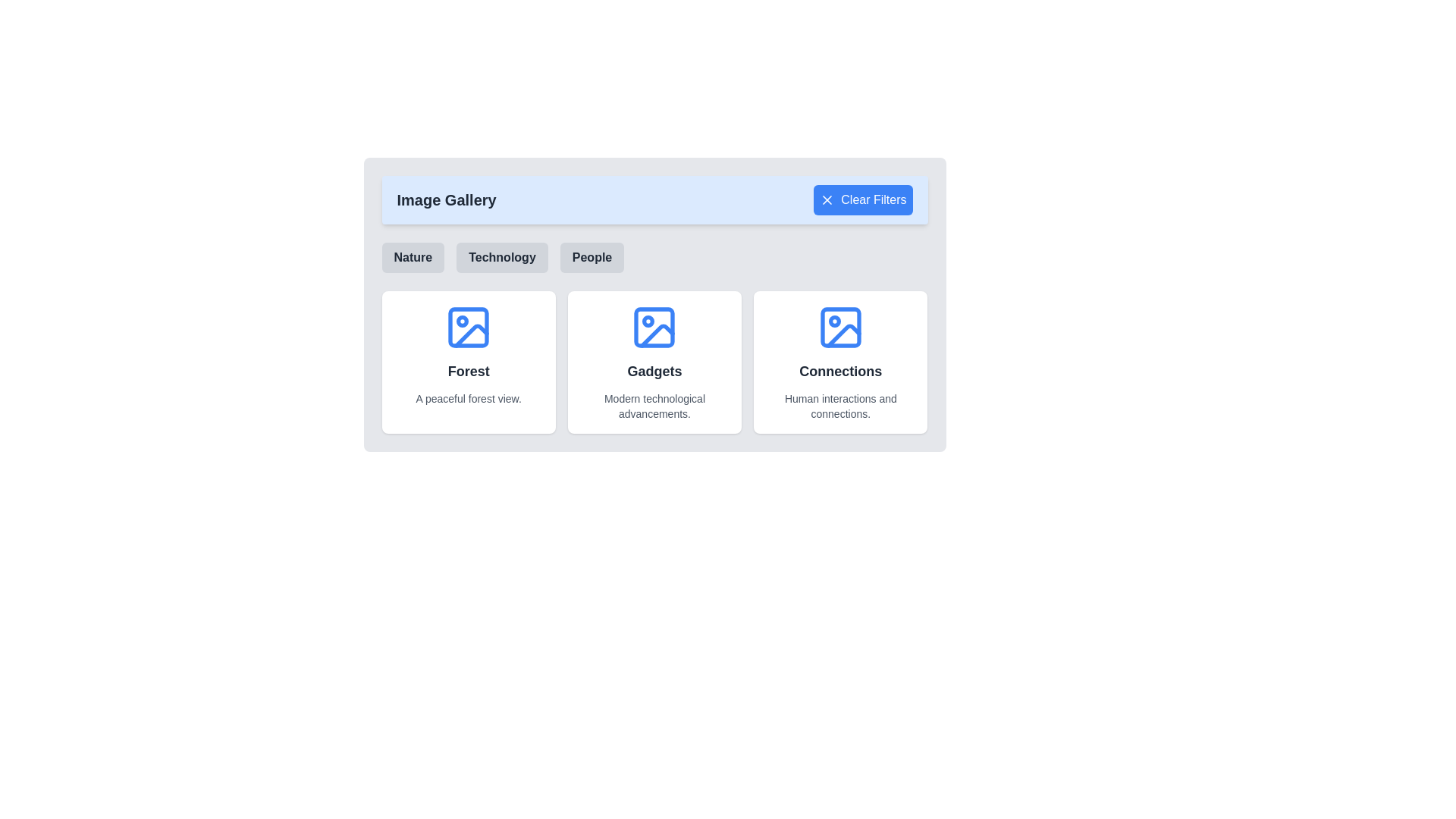 The height and width of the screenshot is (819, 1456). Describe the element at coordinates (648, 321) in the screenshot. I see `the circular graphical element inside the 'Gadgets' icon, positioned slightly towards the upper left` at that location.